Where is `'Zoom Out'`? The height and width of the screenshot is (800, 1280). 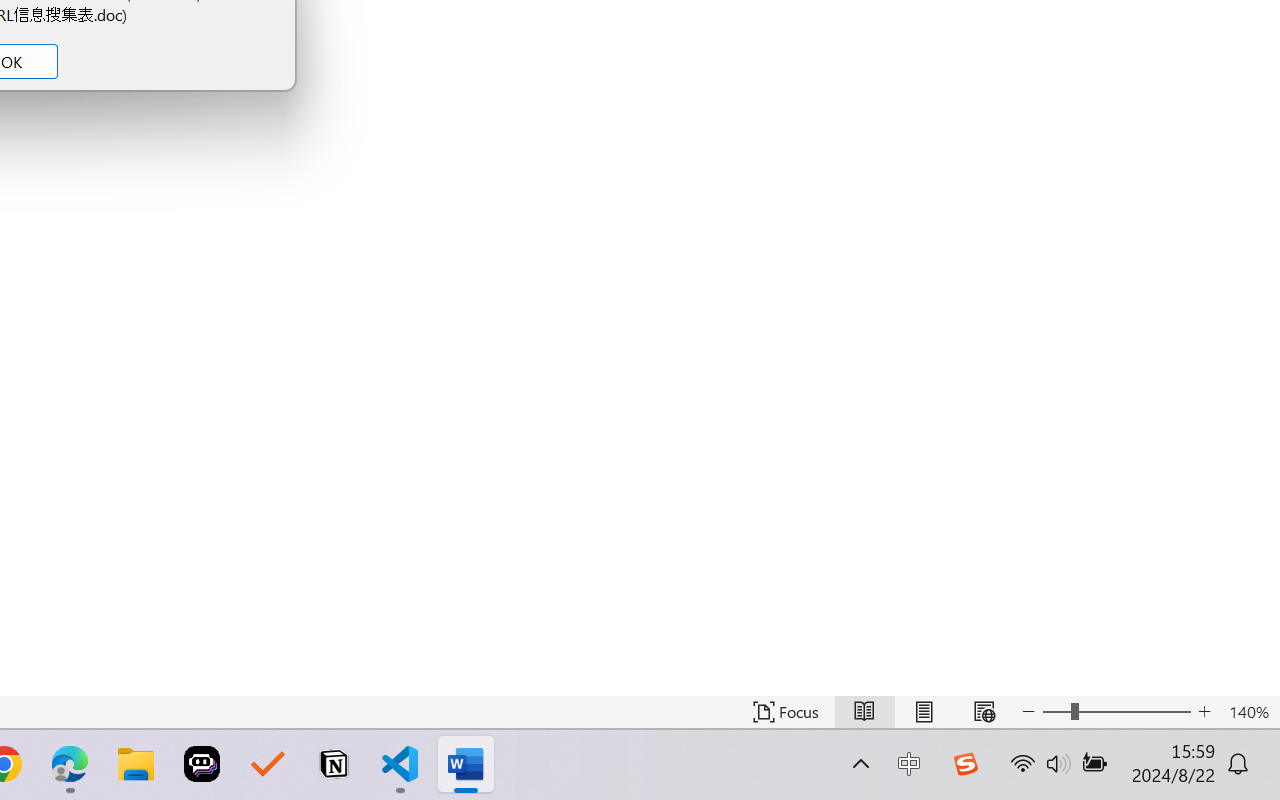
'Zoom Out' is located at coordinates (1055, 711).